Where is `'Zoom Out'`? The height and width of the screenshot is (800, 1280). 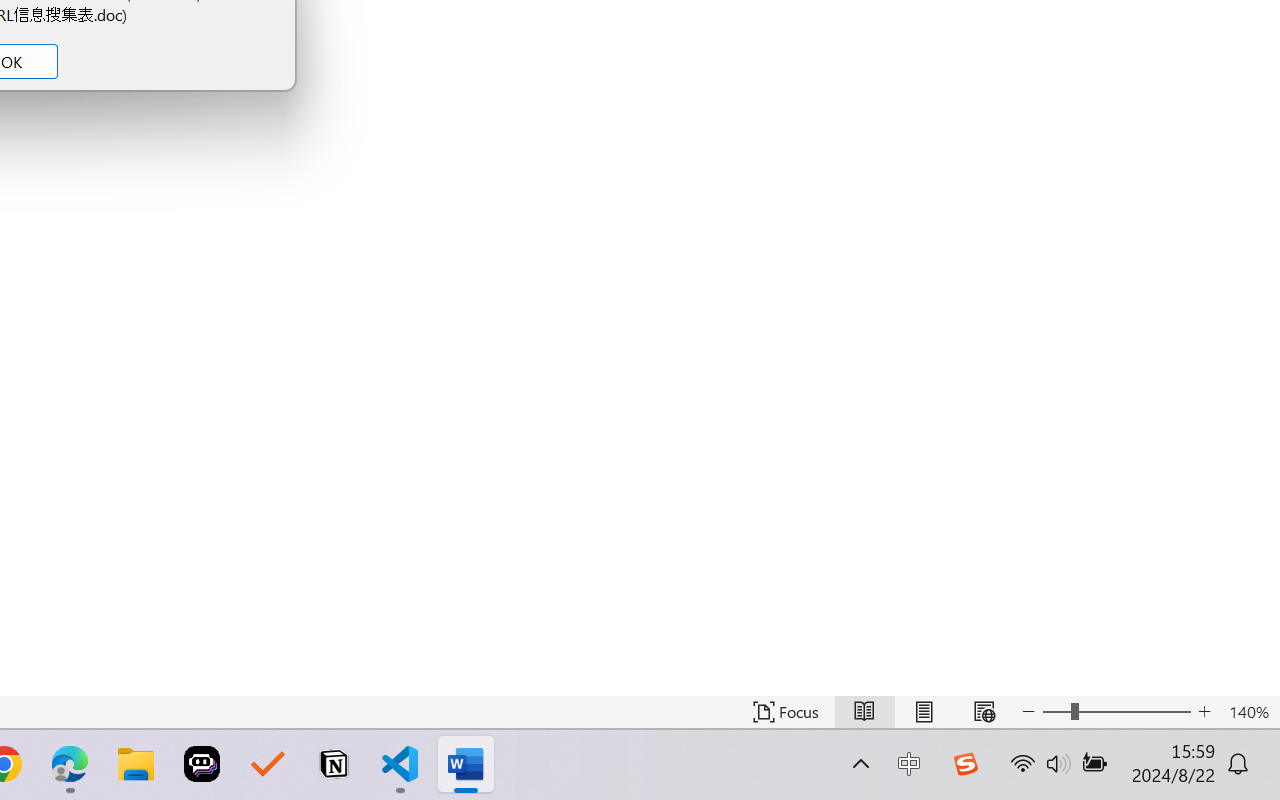
'Zoom Out' is located at coordinates (1055, 711).